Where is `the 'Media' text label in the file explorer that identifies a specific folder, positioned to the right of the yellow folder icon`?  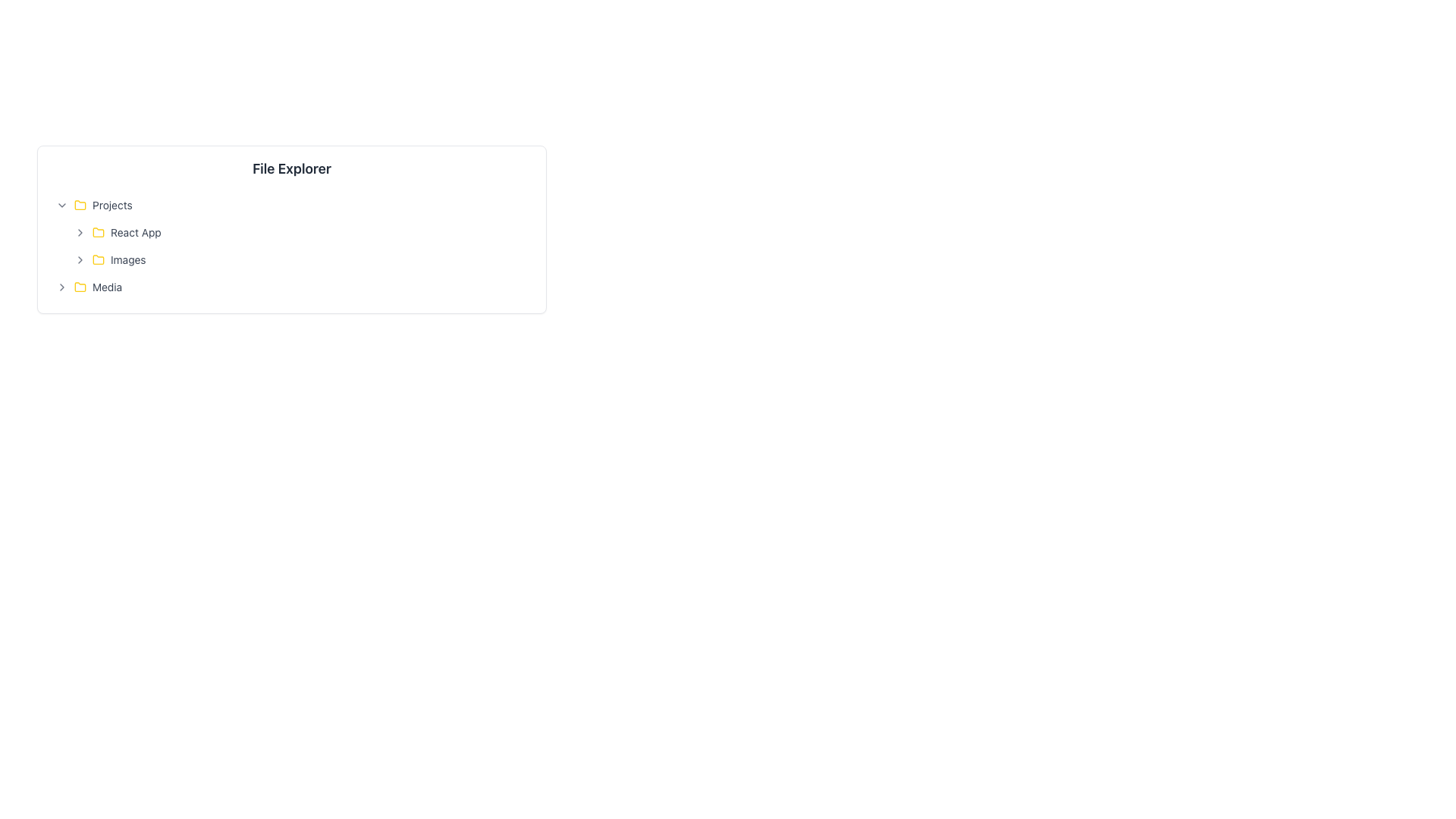
the 'Media' text label in the file explorer that identifies a specific folder, positioned to the right of the yellow folder icon is located at coordinates (106, 287).